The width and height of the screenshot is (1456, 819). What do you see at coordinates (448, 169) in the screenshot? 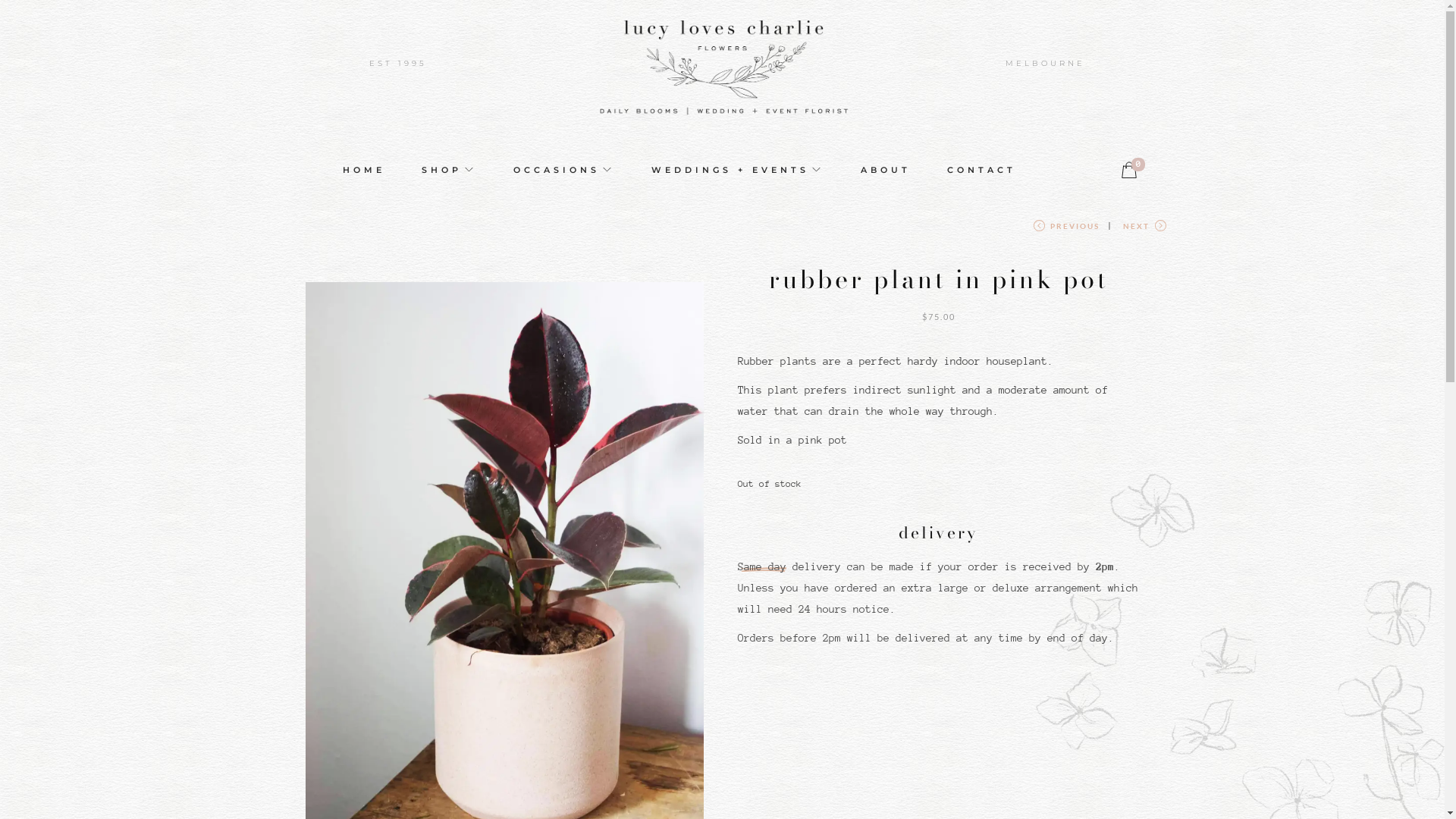
I see `'SHOP'` at bounding box center [448, 169].